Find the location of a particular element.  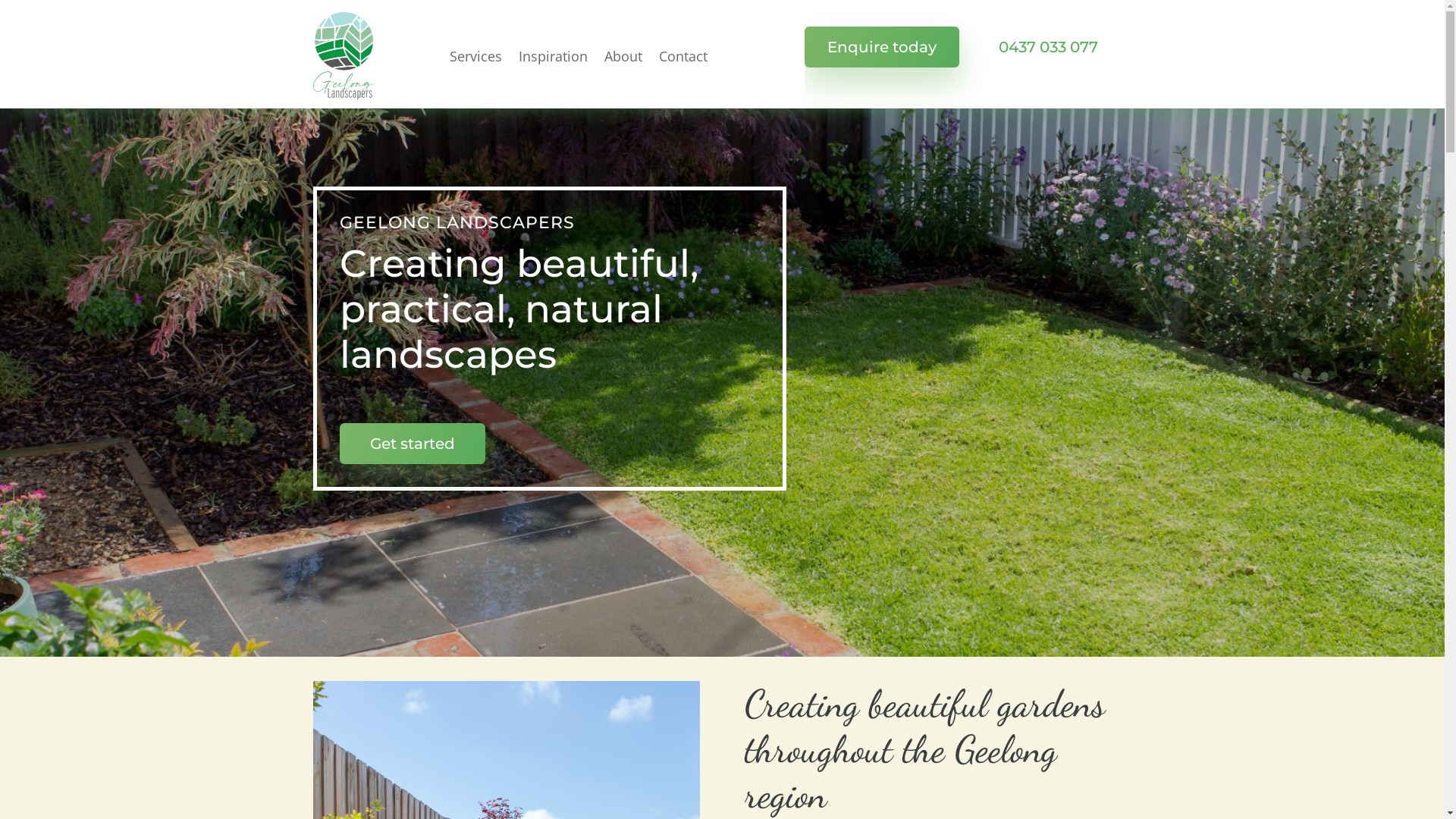

'Inspiration' is located at coordinates (552, 55).